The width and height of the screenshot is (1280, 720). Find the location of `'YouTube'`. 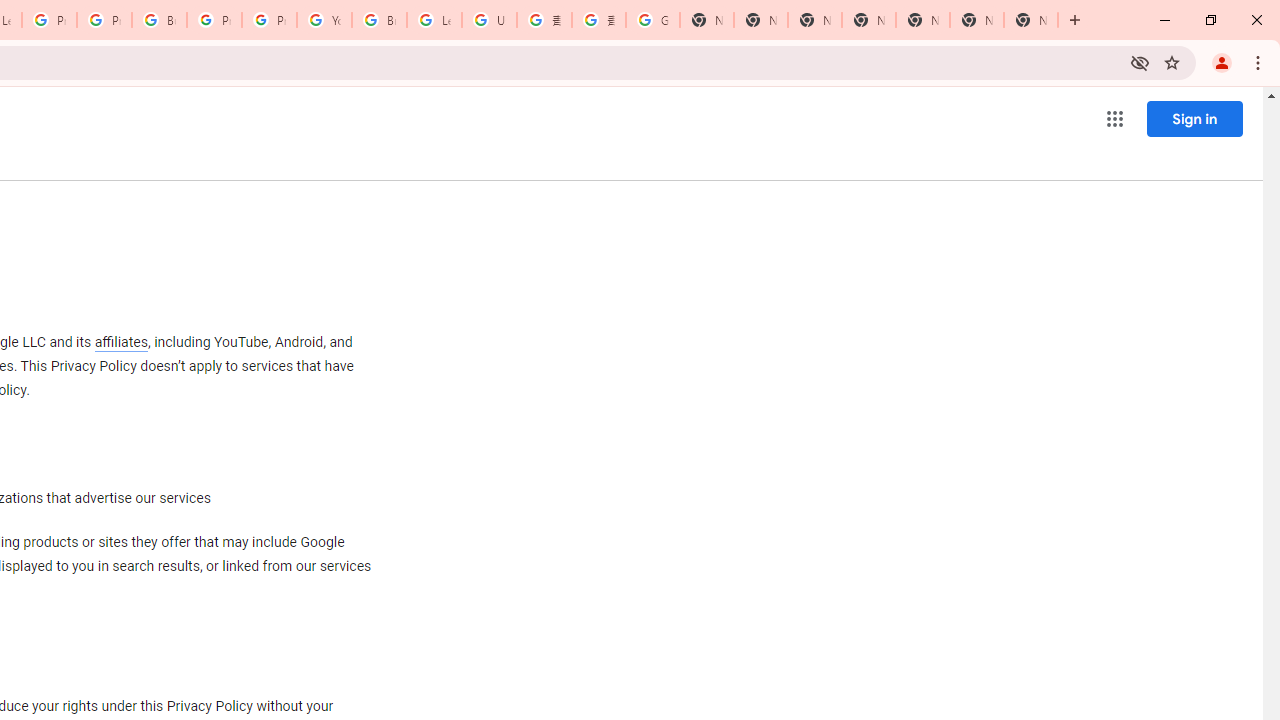

'YouTube' is located at coordinates (324, 20).